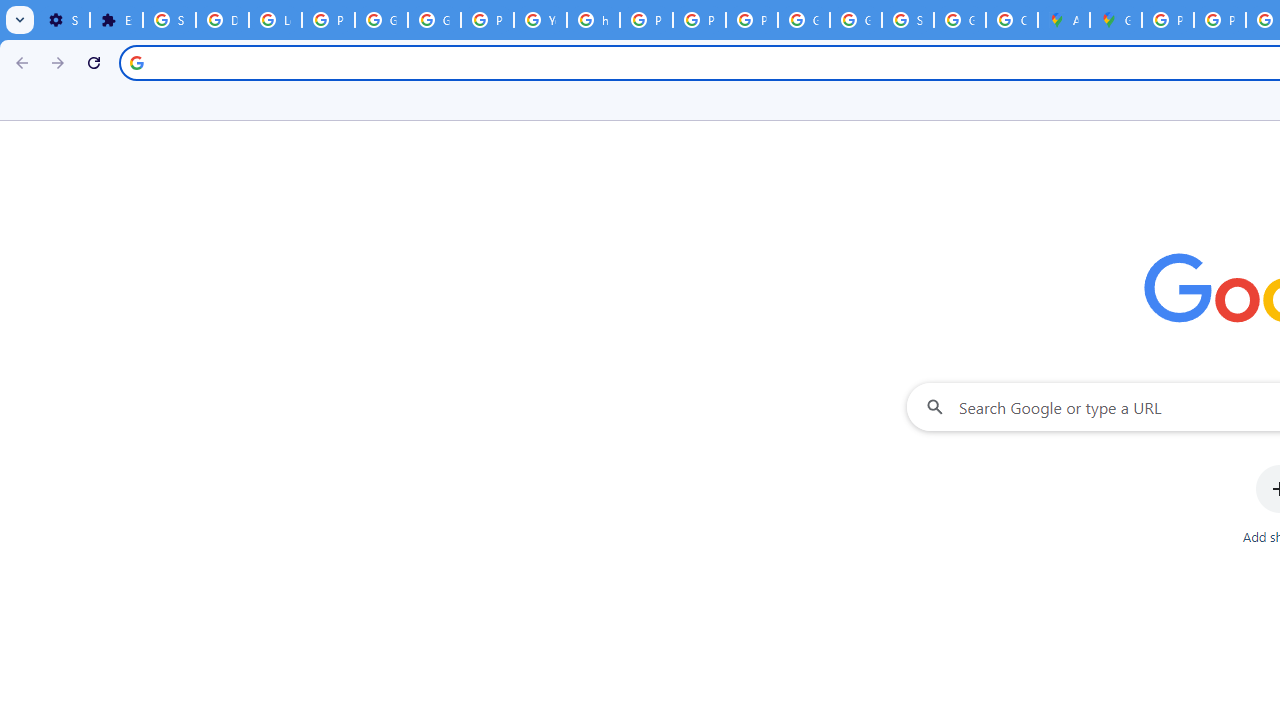  I want to click on 'Forward', so click(58, 61).